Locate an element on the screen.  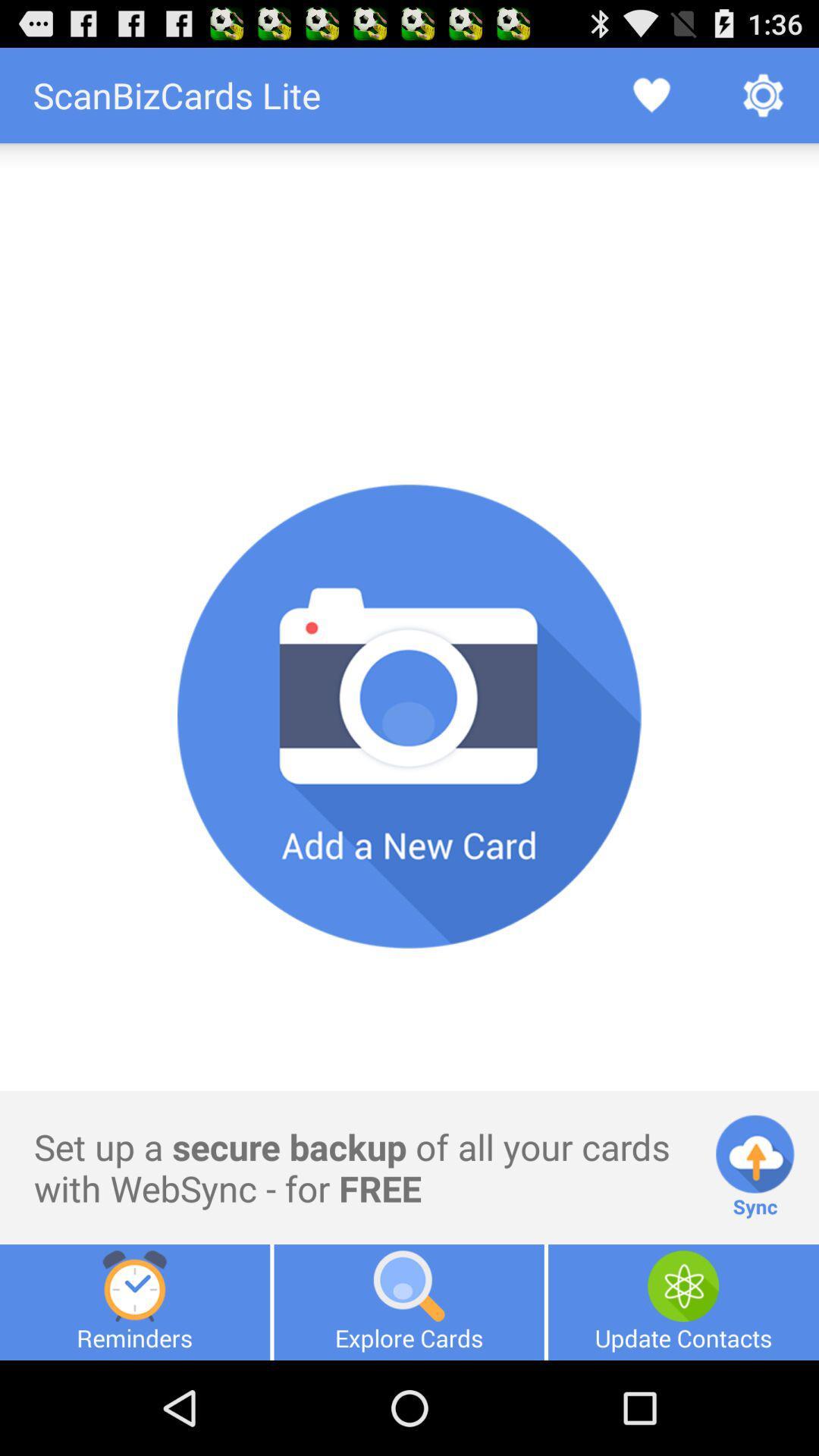
the button to the right of reminders icon is located at coordinates (408, 1301).